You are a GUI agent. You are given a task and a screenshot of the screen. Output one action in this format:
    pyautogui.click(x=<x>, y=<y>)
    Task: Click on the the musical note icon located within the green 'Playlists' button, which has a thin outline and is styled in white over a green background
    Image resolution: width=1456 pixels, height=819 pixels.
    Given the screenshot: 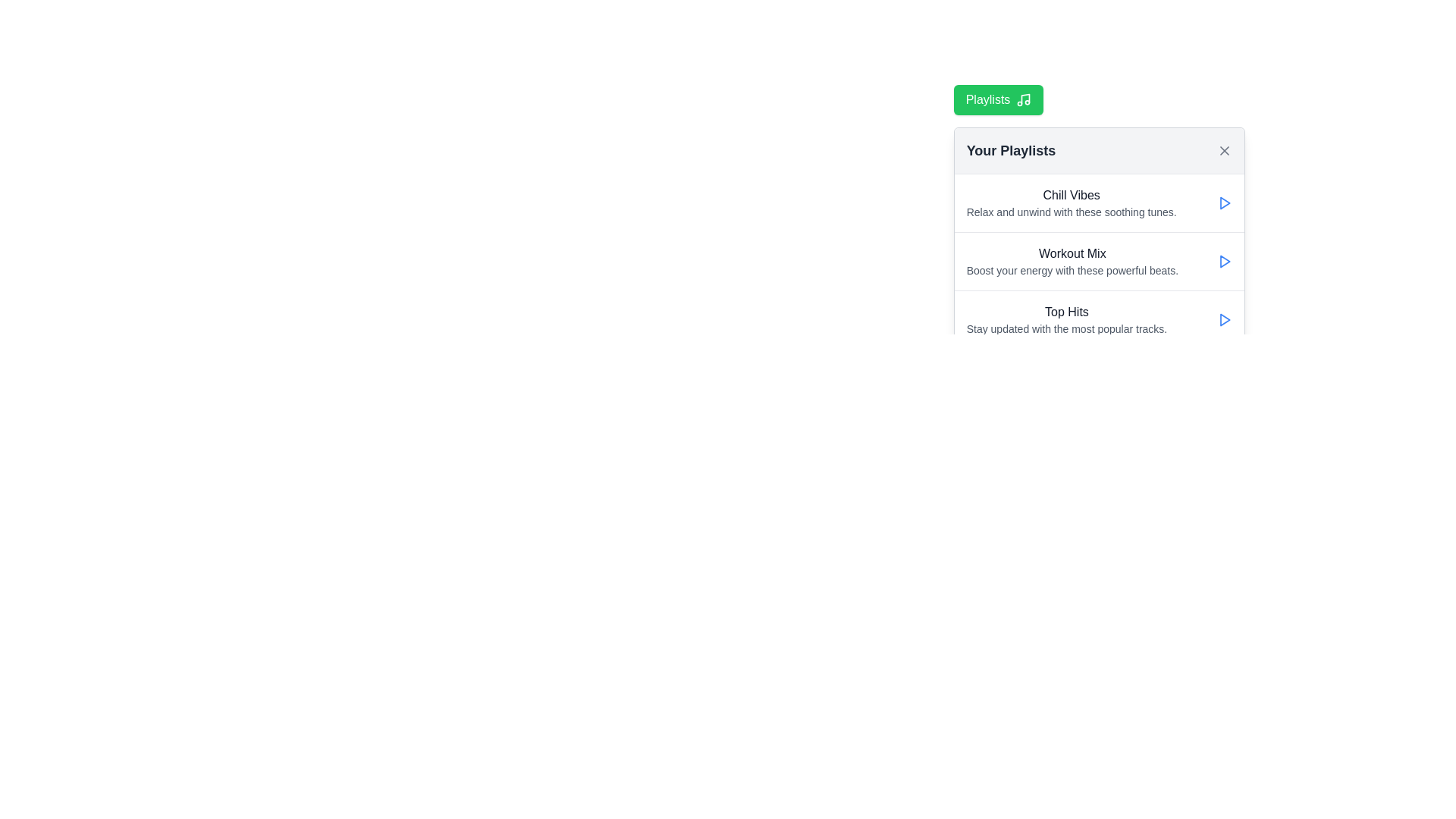 What is the action you would take?
    pyautogui.click(x=1024, y=99)
    